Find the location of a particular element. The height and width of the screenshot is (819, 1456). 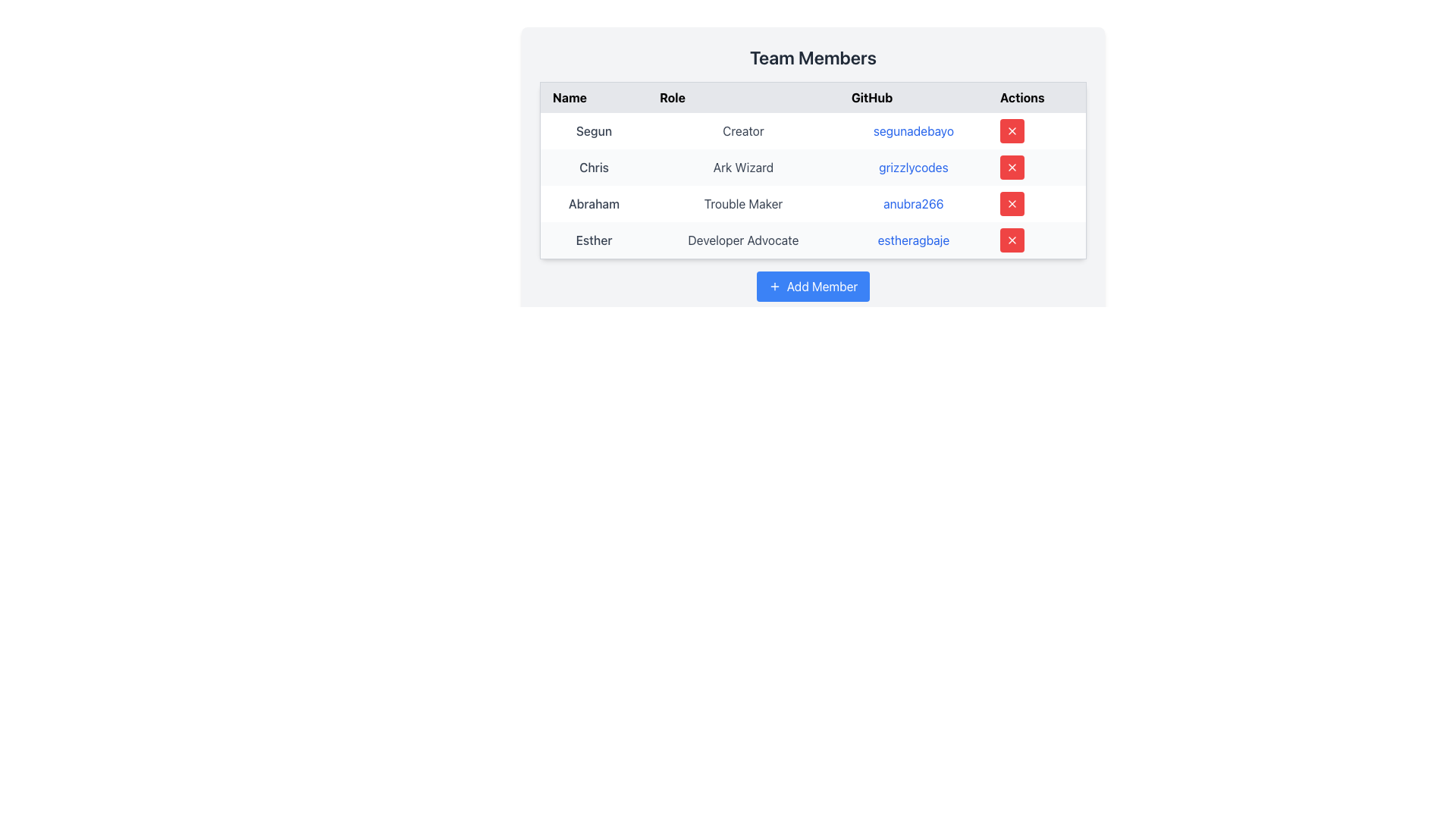

the red button with a white 'X' symbol in the 'Actions' column of the third row corresponding to the 'Abraham' entry is located at coordinates (1012, 203).